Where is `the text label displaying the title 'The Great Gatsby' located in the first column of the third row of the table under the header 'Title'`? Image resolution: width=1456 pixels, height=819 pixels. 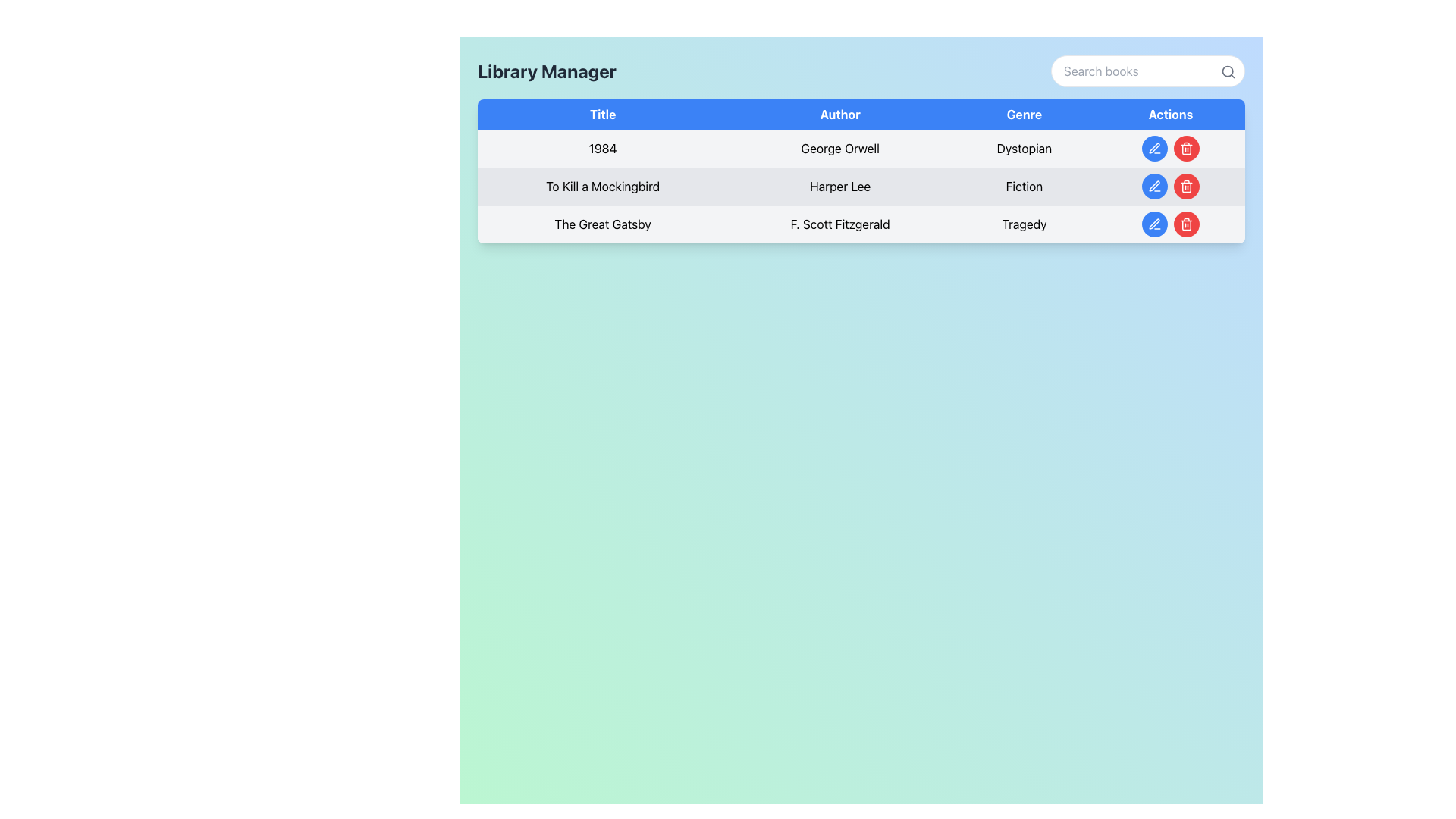 the text label displaying the title 'The Great Gatsby' located in the first column of the third row of the table under the header 'Title' is located at coordinates (602, 224).